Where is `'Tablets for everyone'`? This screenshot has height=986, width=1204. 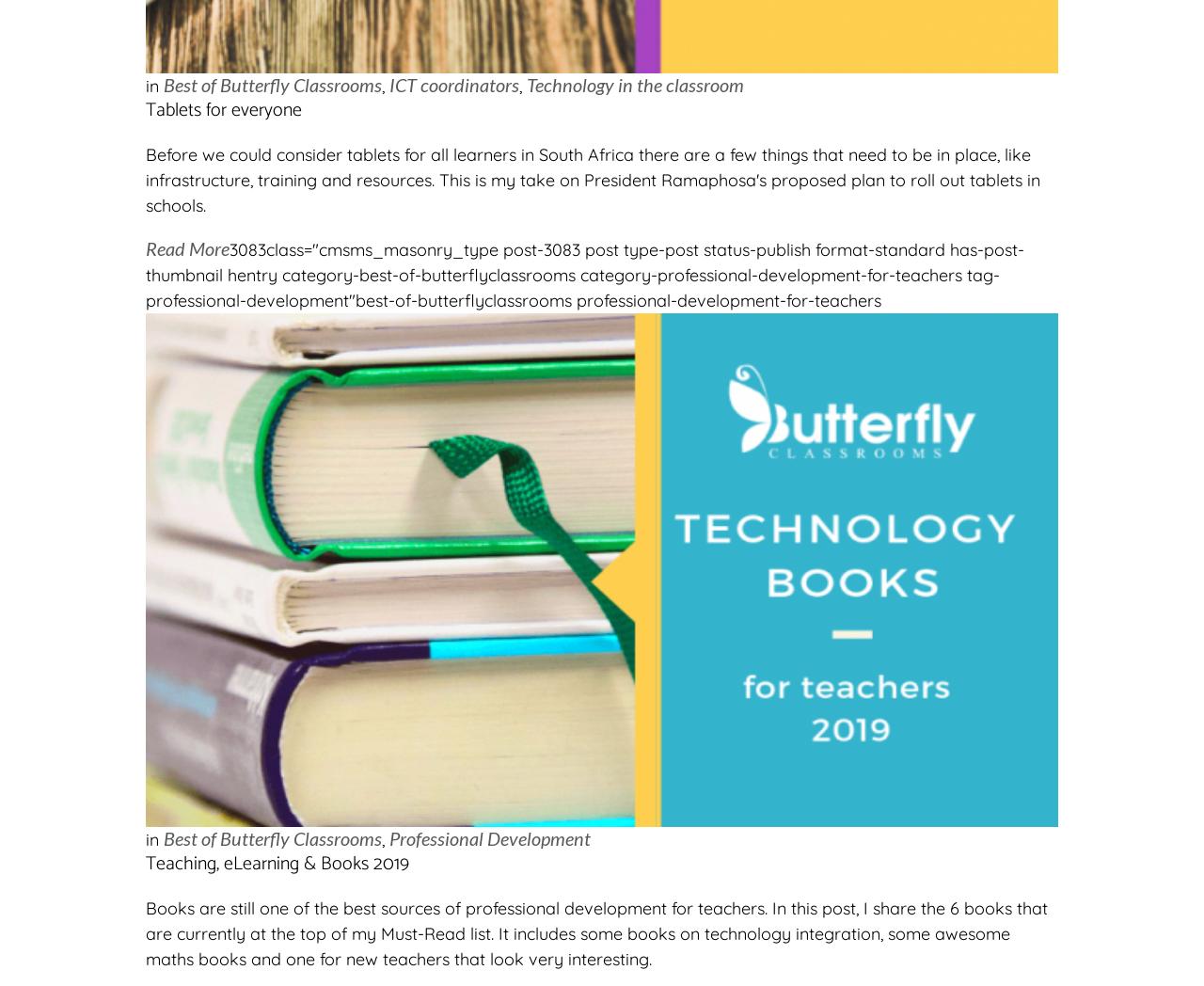
'Tablets for everyone' is located at coordinates (223, 109).